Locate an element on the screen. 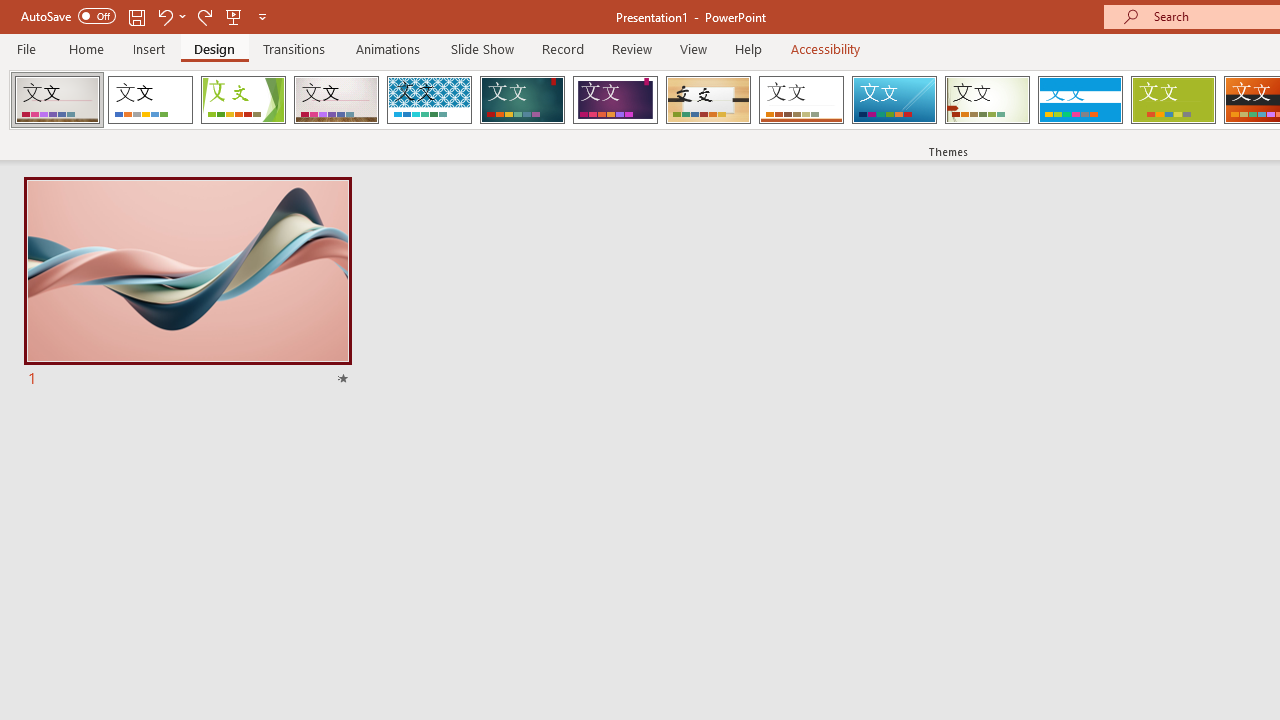 This screenshot has width=1280, height=720. 'Ion Boardroom' is located at coordinates (614, 100).